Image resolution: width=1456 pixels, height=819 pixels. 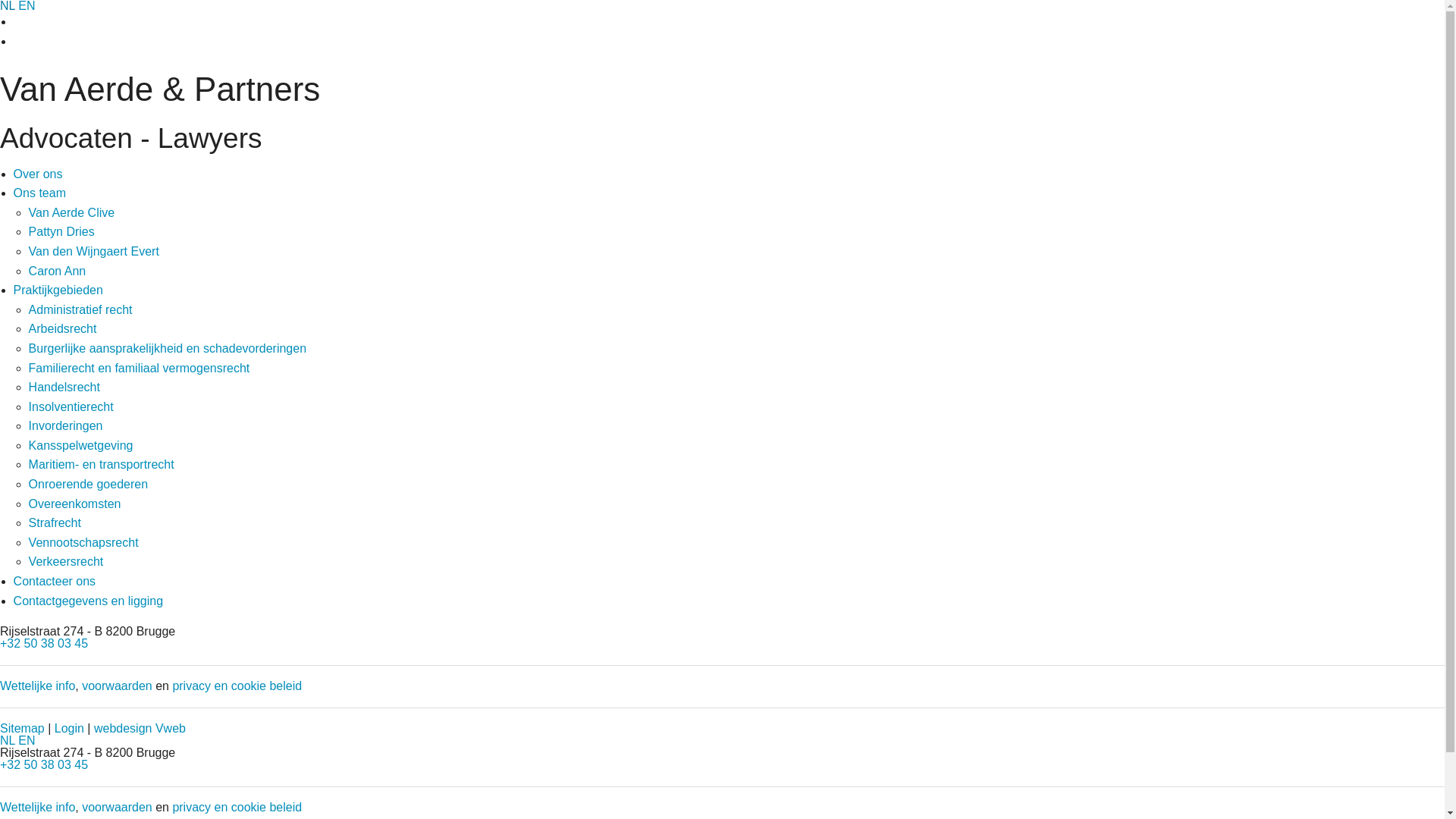 I want to click on 'Contacteer ons', so click(x=14, y=580).